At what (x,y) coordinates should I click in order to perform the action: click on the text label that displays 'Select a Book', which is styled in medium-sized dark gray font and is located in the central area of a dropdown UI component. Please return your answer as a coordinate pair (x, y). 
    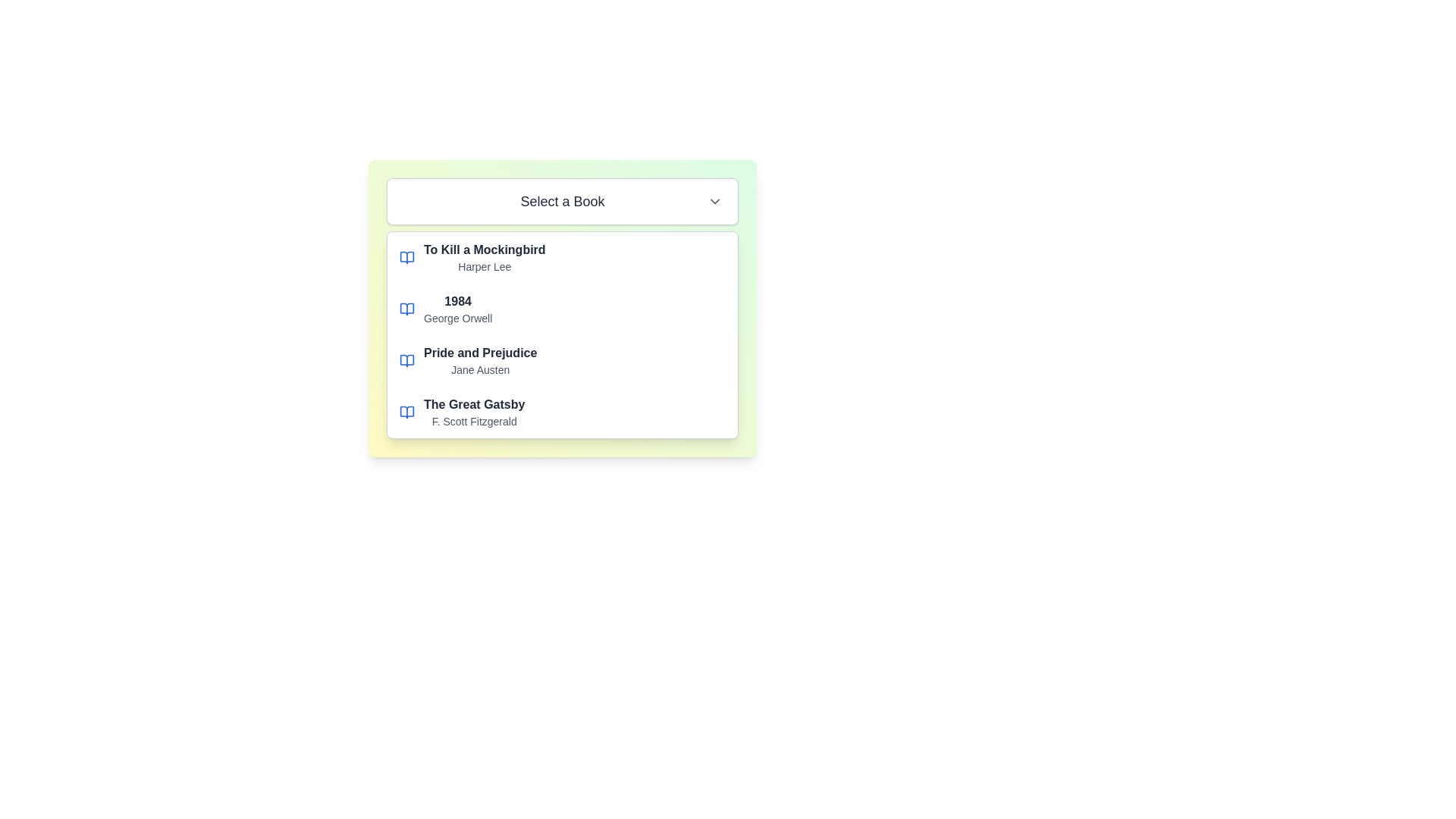
    Looking at the image, I should click on (562, 201).